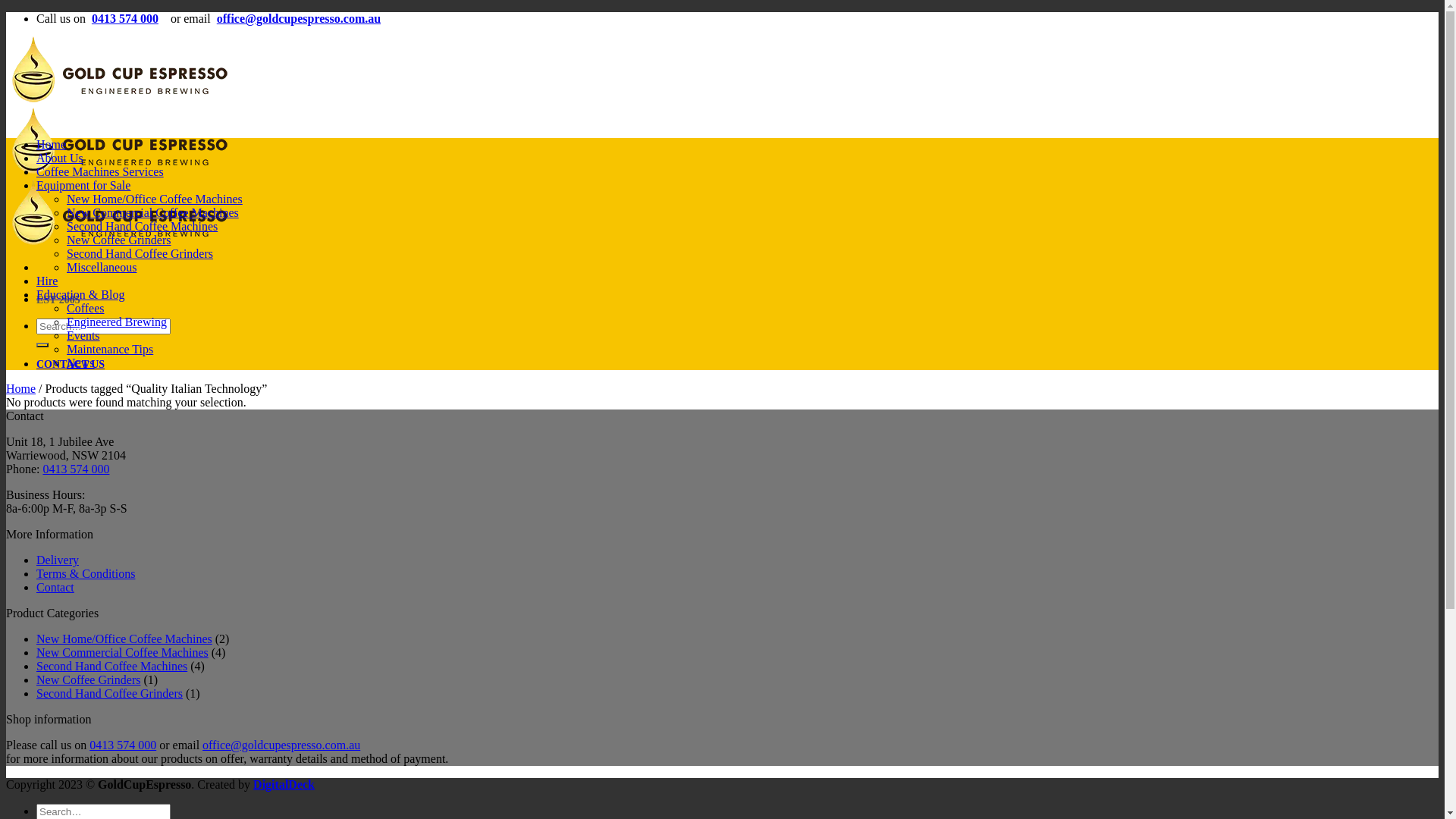 The height and width of the screenshot is (819, 1456). I want to click on 'Search', so click(42, 345).